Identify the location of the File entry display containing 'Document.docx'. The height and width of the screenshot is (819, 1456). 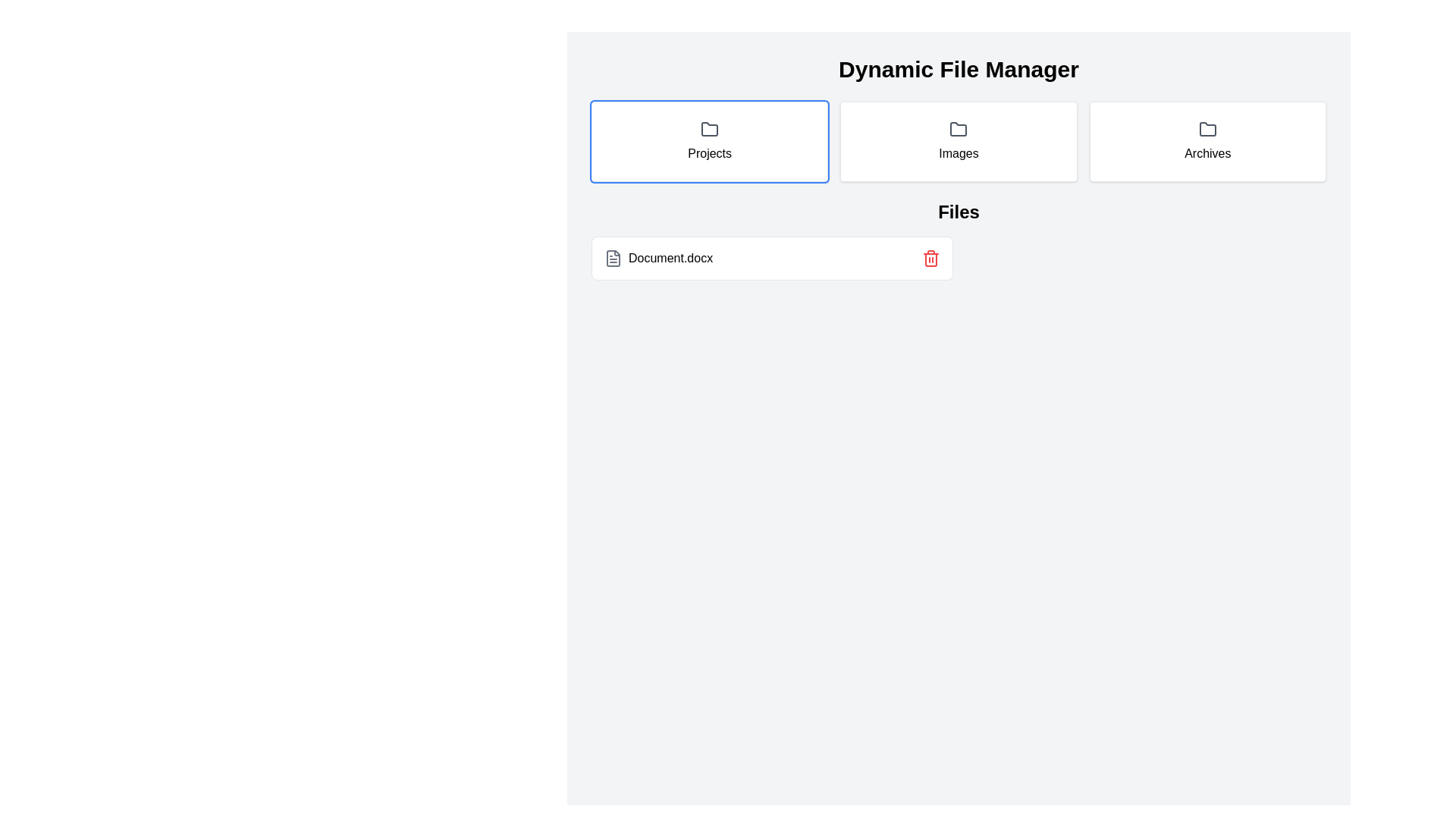
(958, 257).